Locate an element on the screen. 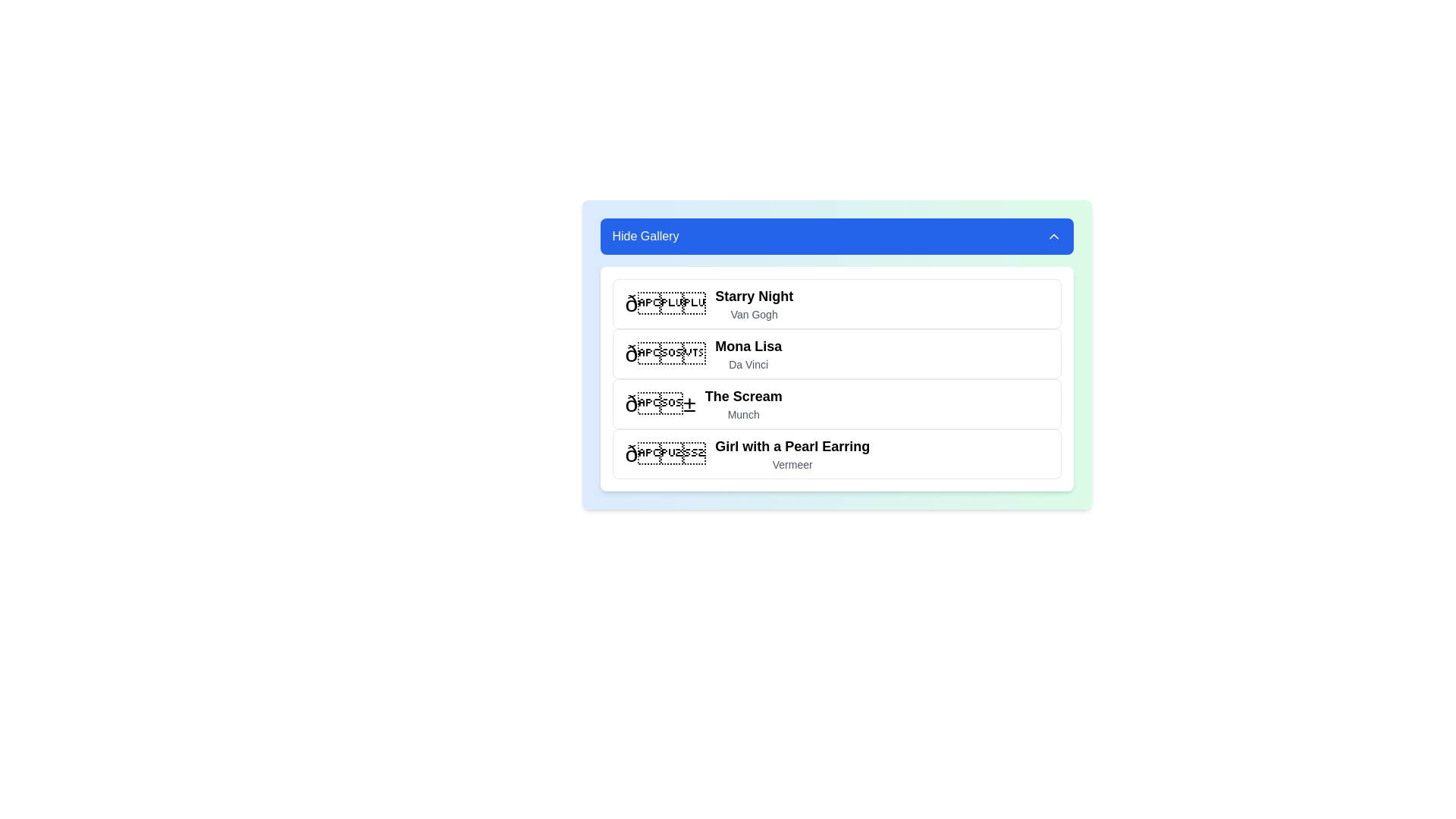 This screenshot has height=819, width=1456. the text label displaying 'Mona Lisa', which is styled in bold and larger font, positioned above 'Da Vinci' in the list of famous paintings is located at coordinates (748, 346).